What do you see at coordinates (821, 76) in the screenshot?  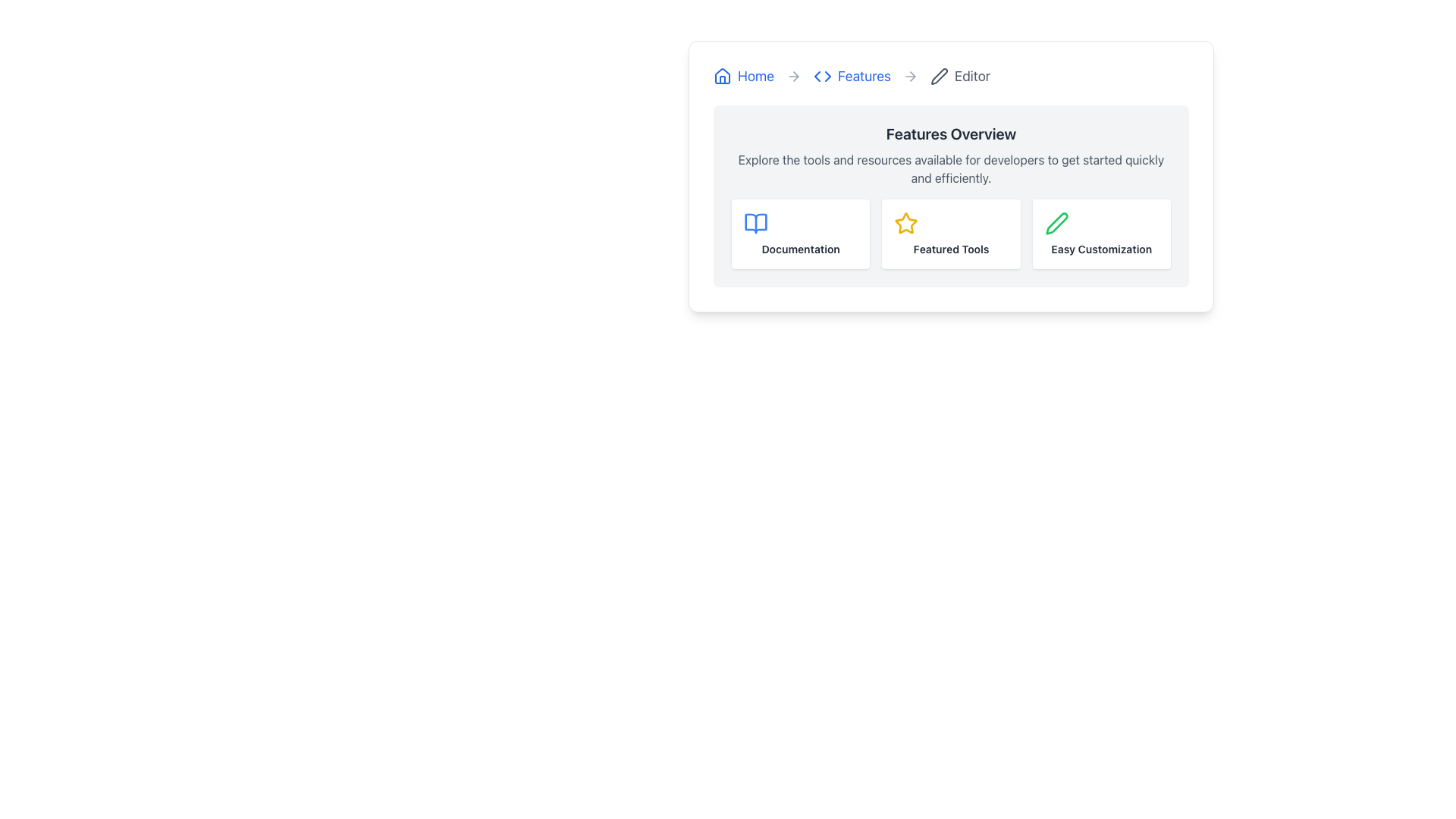 I see `the SVG-based icon shaped like directional arrows ('<' and '>') with a blue stroke color, located in the breadcrumb navigation bar next to the 'Features' text link` at bounding box center [821, 76].